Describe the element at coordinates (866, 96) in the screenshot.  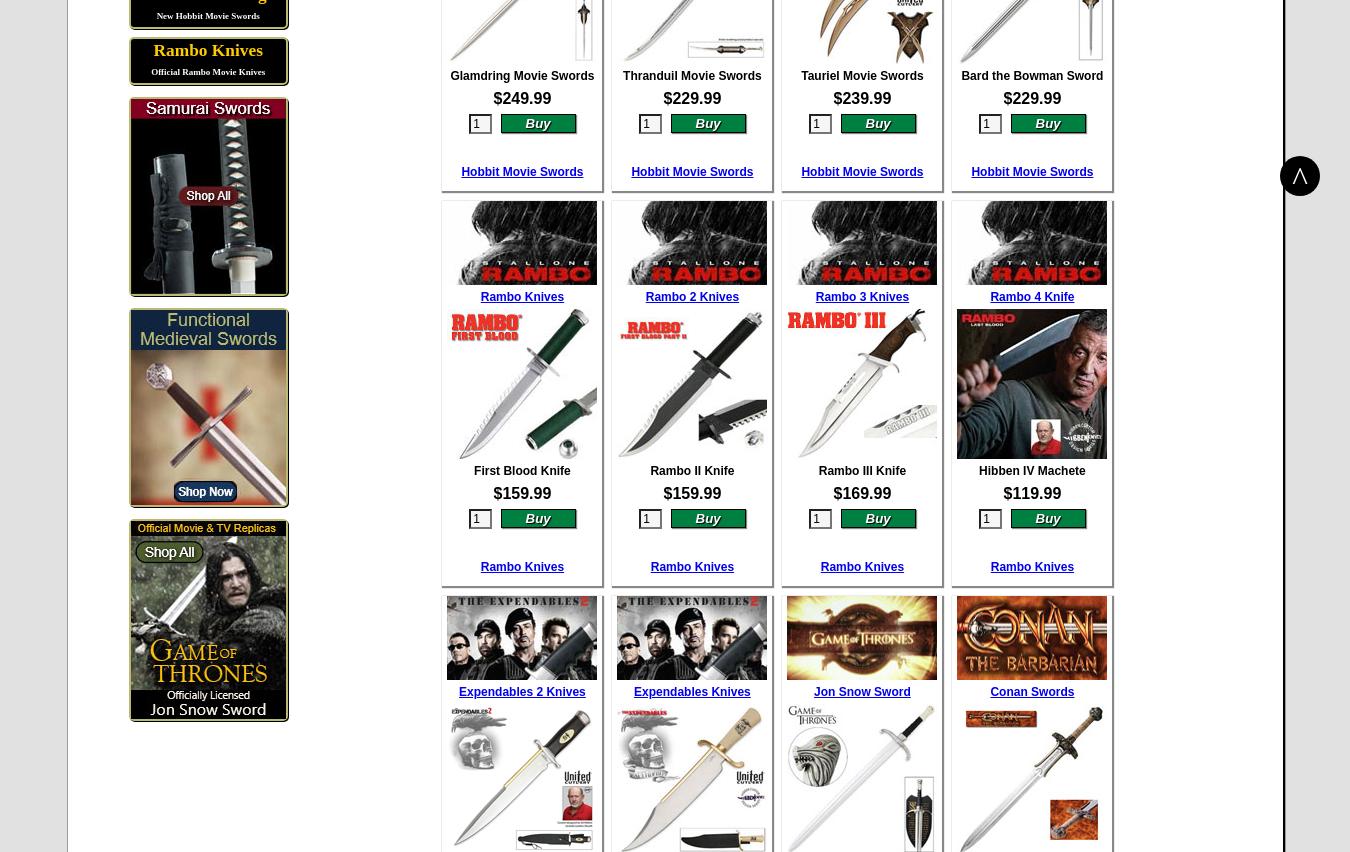
I see `'239.99'` at that location.